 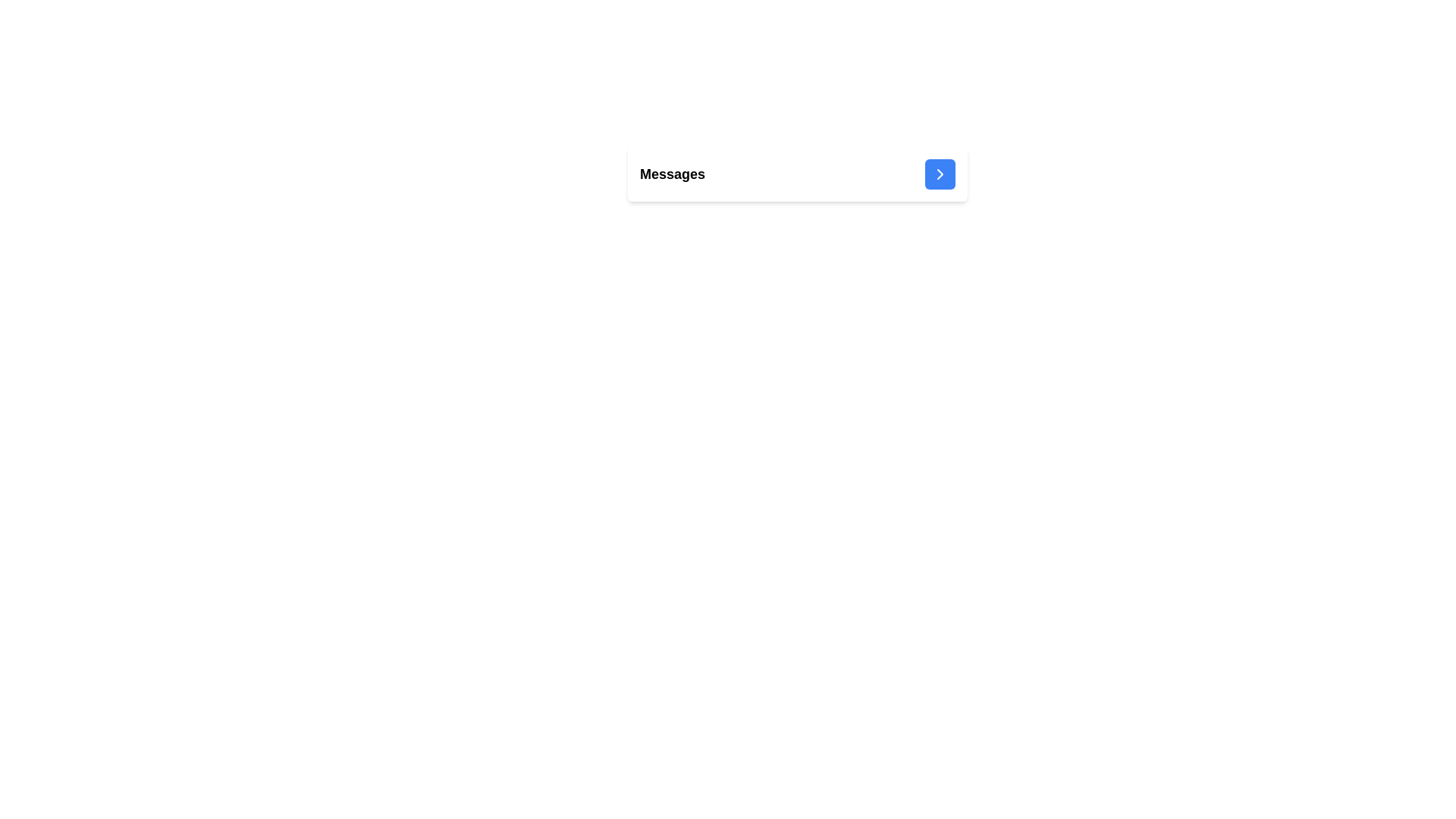 What do you see at coordinates (939, 174) in the screenshot?
I see `the prominent rounded rectangular blue button with a white chevron right icon located at the far-right side of the 'Messages' group` at bounding box center [939, 174].